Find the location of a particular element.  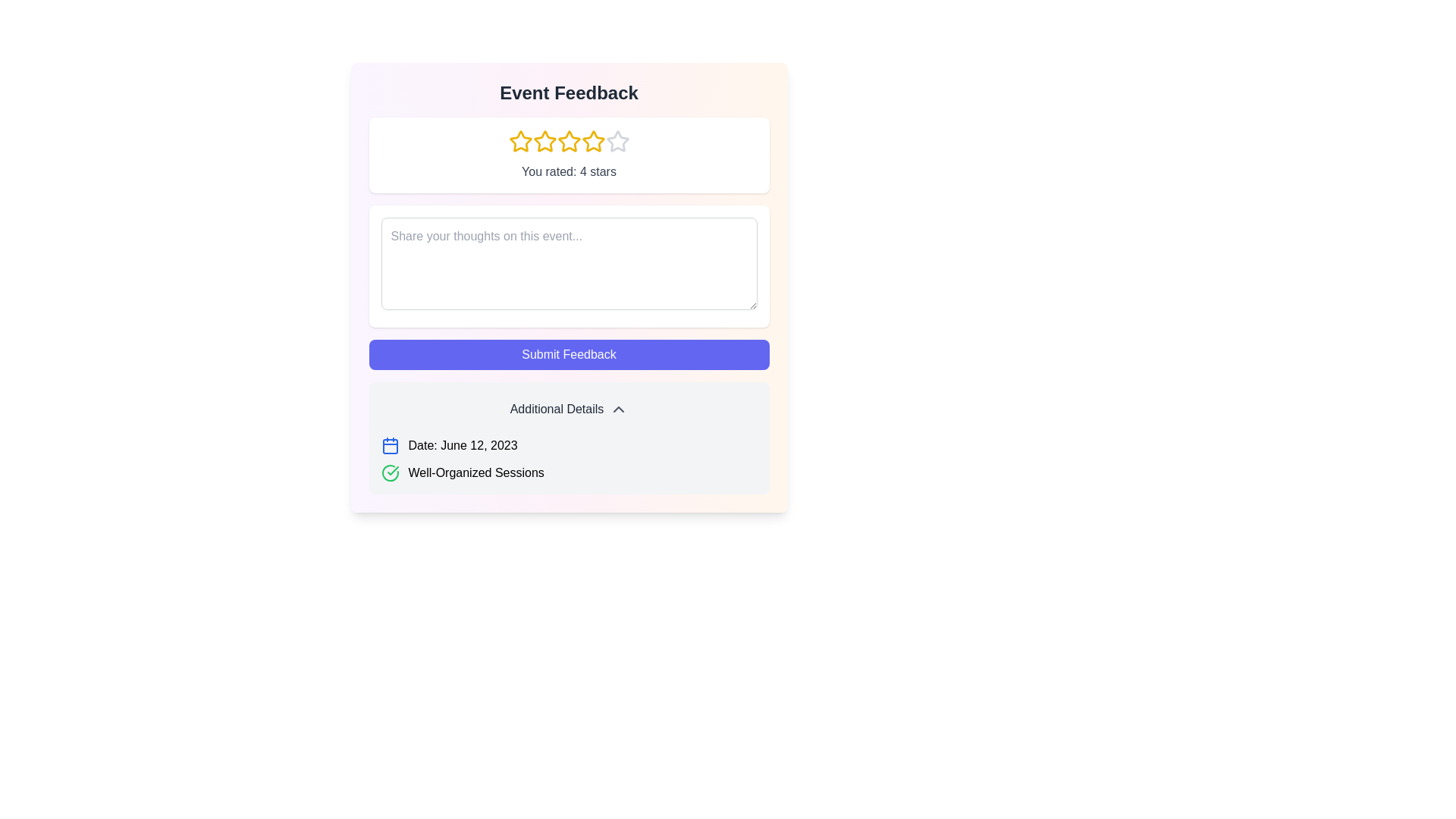

additional details displayed in the Information box located below the 'Submit Feedback' button in the 'Event Feedback' section is located at coordinates (568, 438).